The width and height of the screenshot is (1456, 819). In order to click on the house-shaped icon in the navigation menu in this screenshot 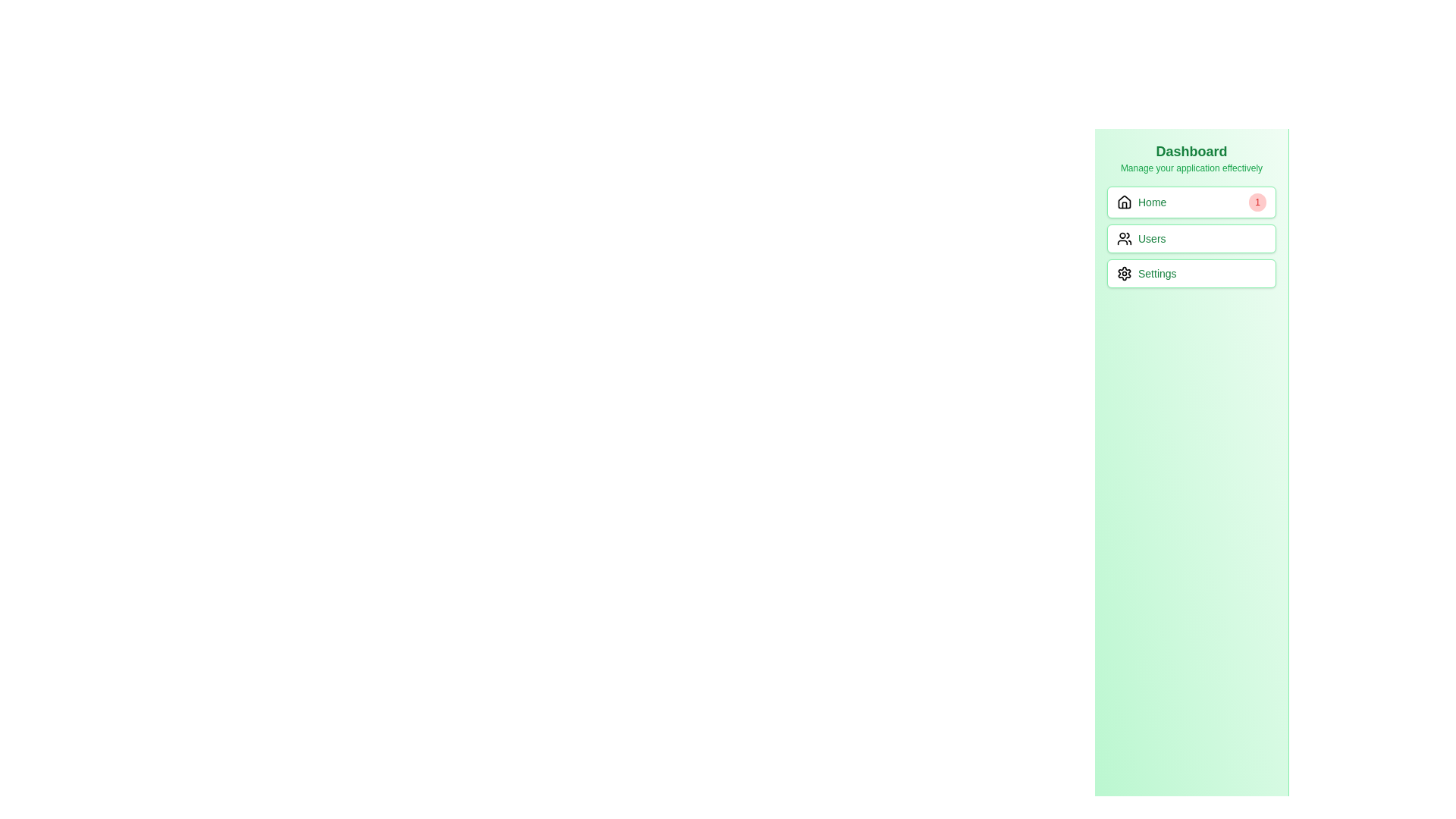, I will do `click(1125, 201)`.